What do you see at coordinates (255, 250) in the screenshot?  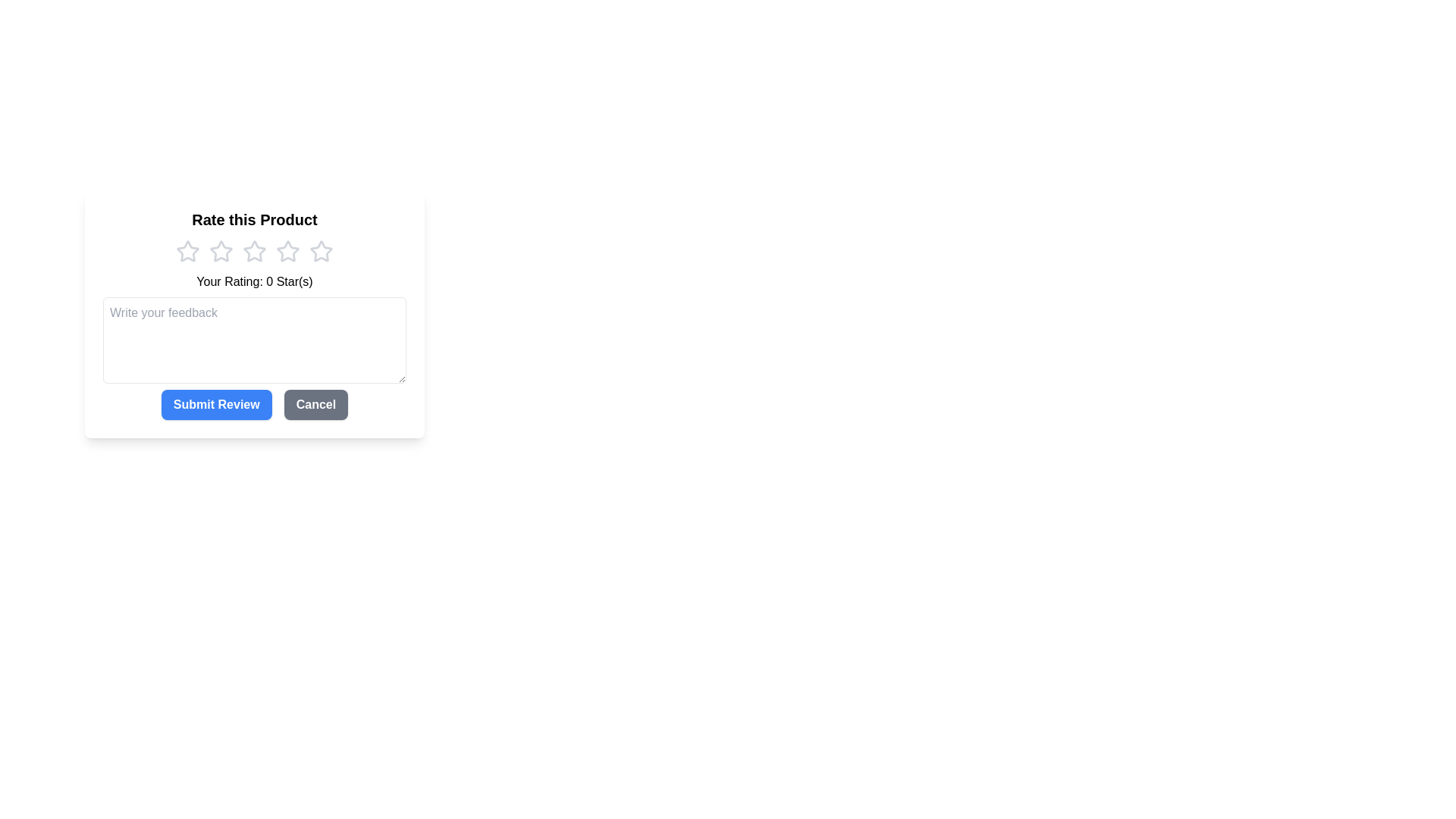 I see `the third star in the star-based rating system` at bounding box center [255, 250].